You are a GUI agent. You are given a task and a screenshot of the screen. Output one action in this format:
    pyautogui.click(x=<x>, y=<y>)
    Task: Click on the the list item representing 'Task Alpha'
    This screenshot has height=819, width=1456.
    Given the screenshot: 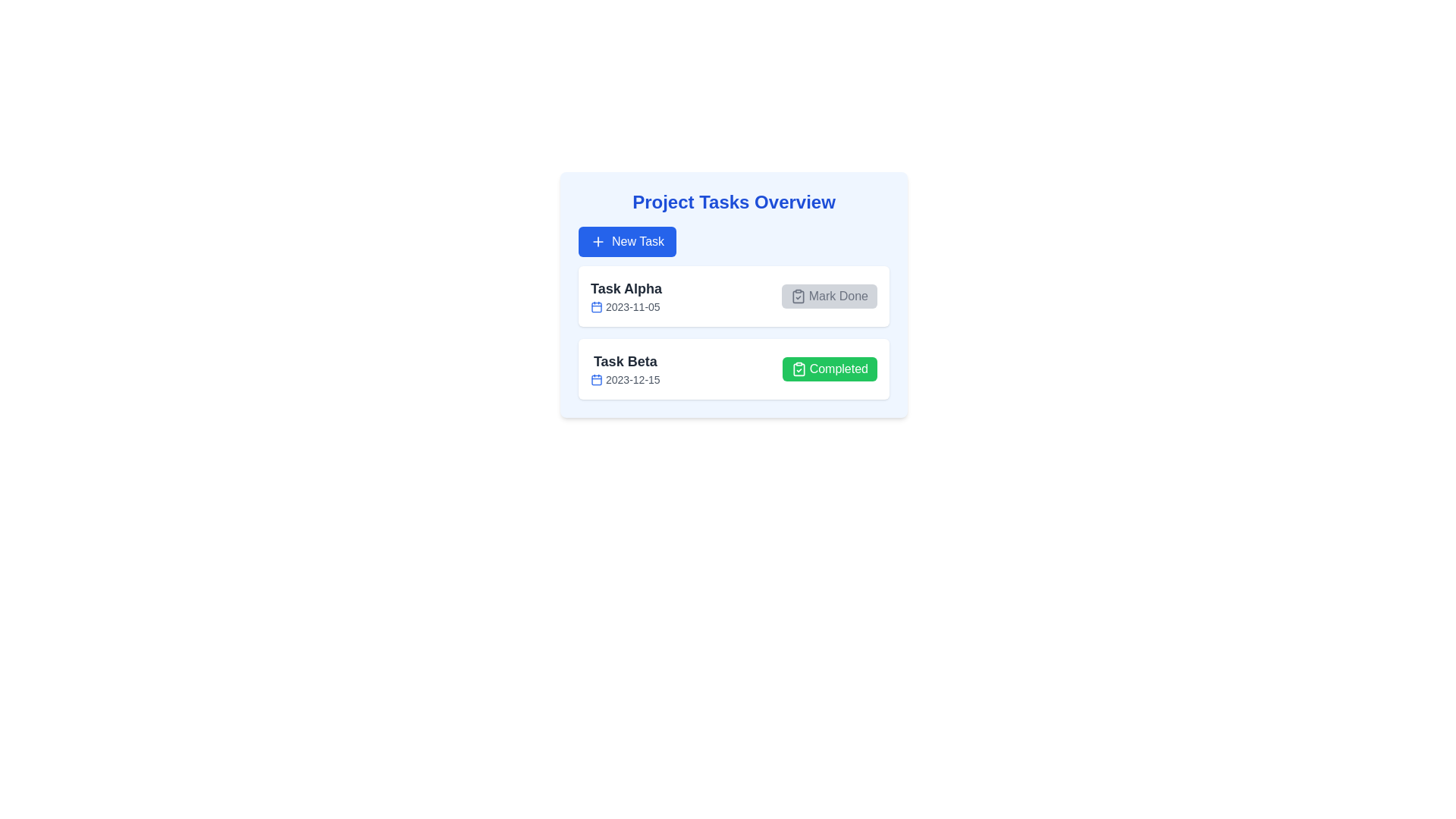 What is the action you would take?
    pyautogui.click(x=626, y=296)
    